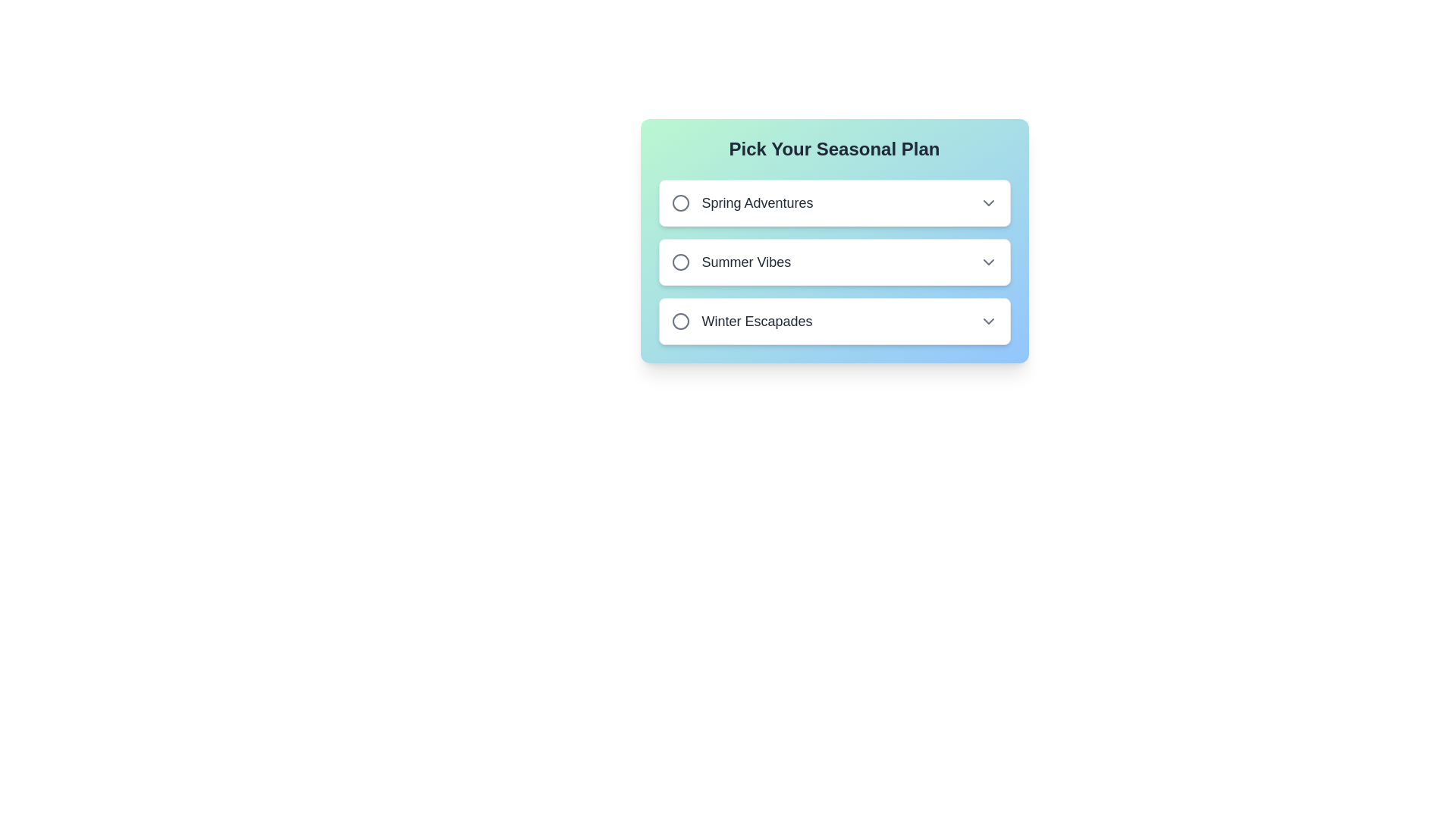  Describe the element at coordinates (679, 321) in the screenshot. I see `the circular radio button indicator adjacent to the label 'Winter Escapades', which is the third option in the vertical list` at that location.